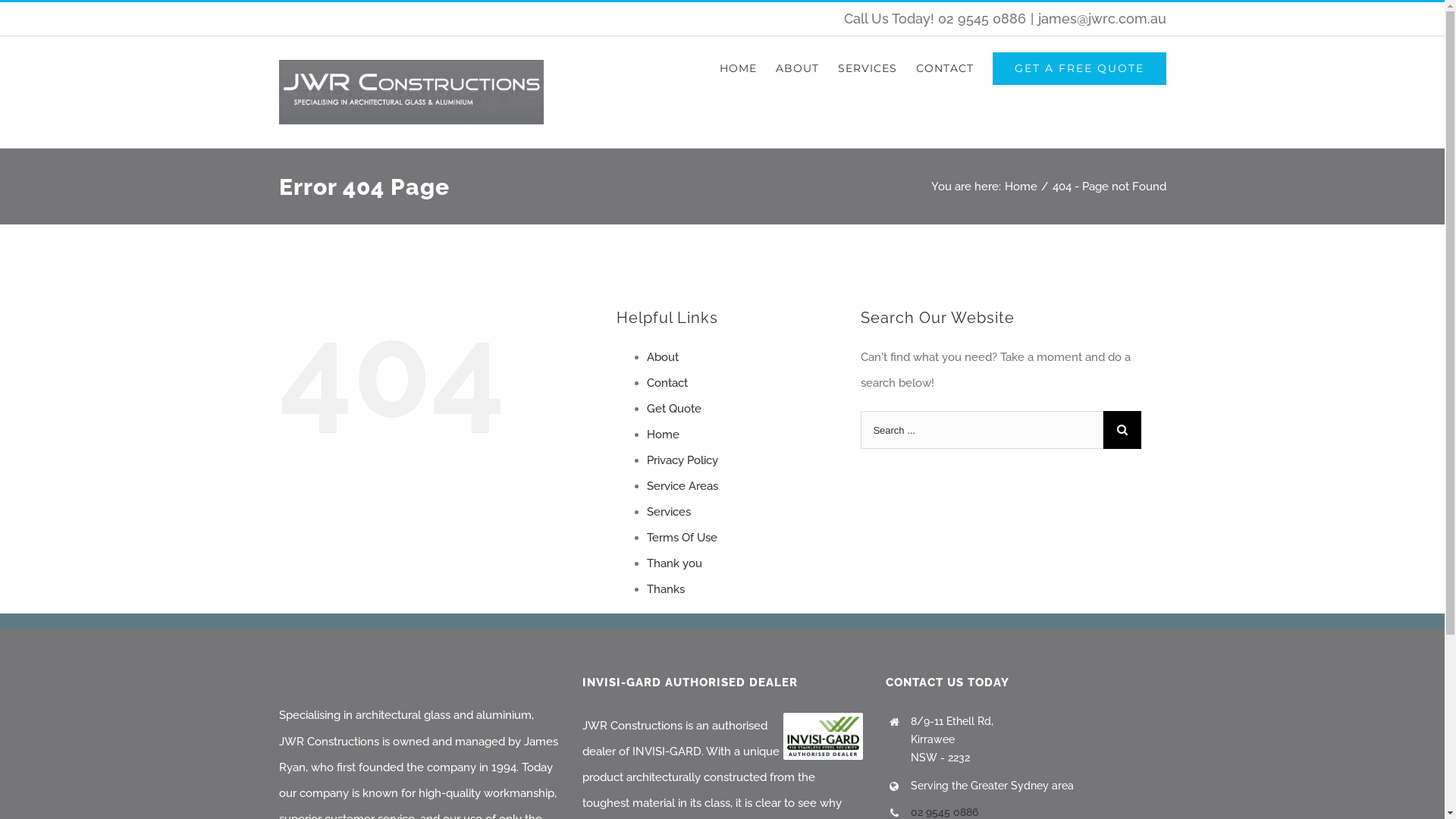  Describe the element at coordinates (680, 537) in the screenshot. I see `'Terms Of Use'` at that location.